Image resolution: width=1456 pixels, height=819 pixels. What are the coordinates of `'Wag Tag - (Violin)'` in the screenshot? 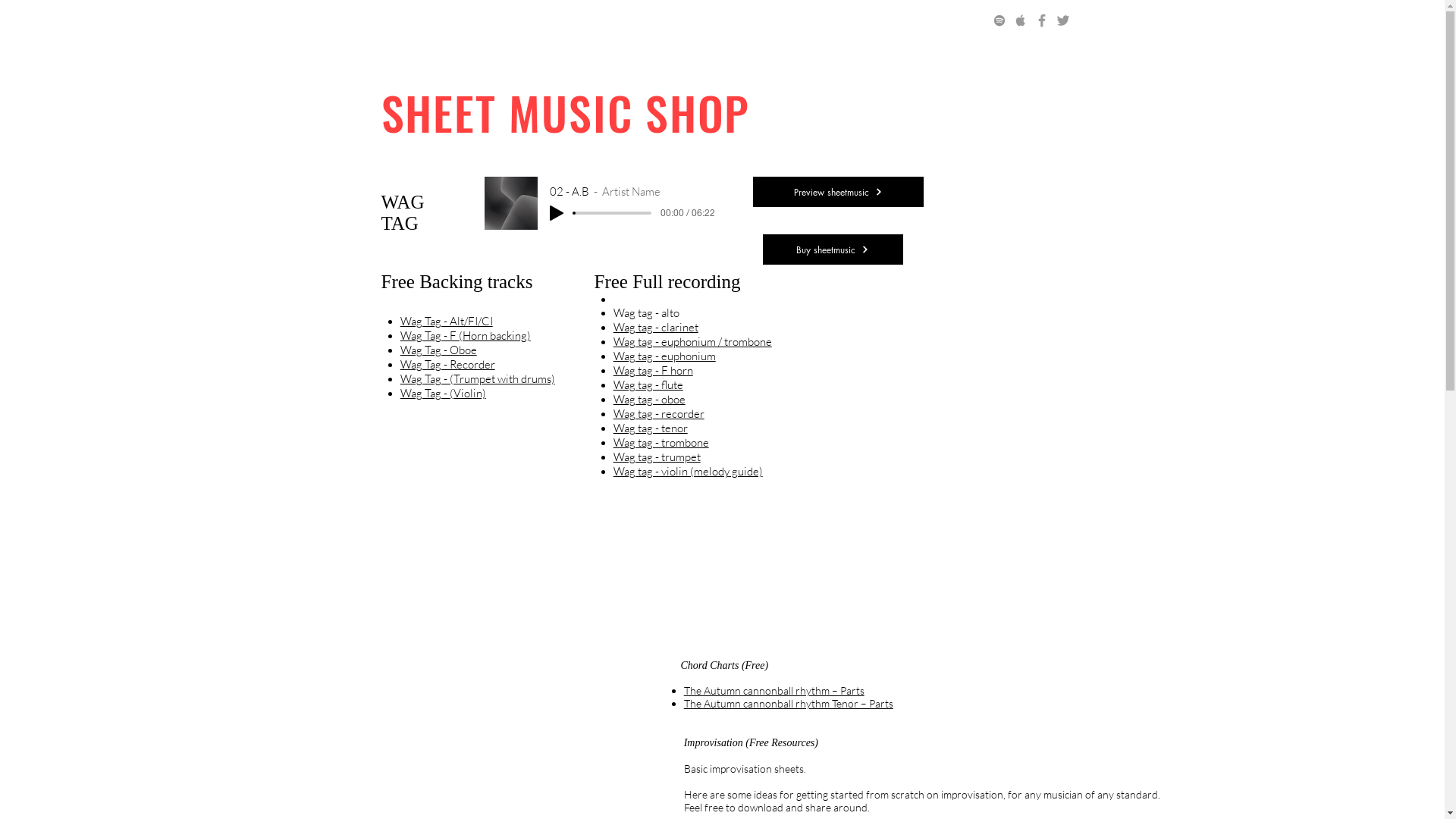 It's located at (442, 392).